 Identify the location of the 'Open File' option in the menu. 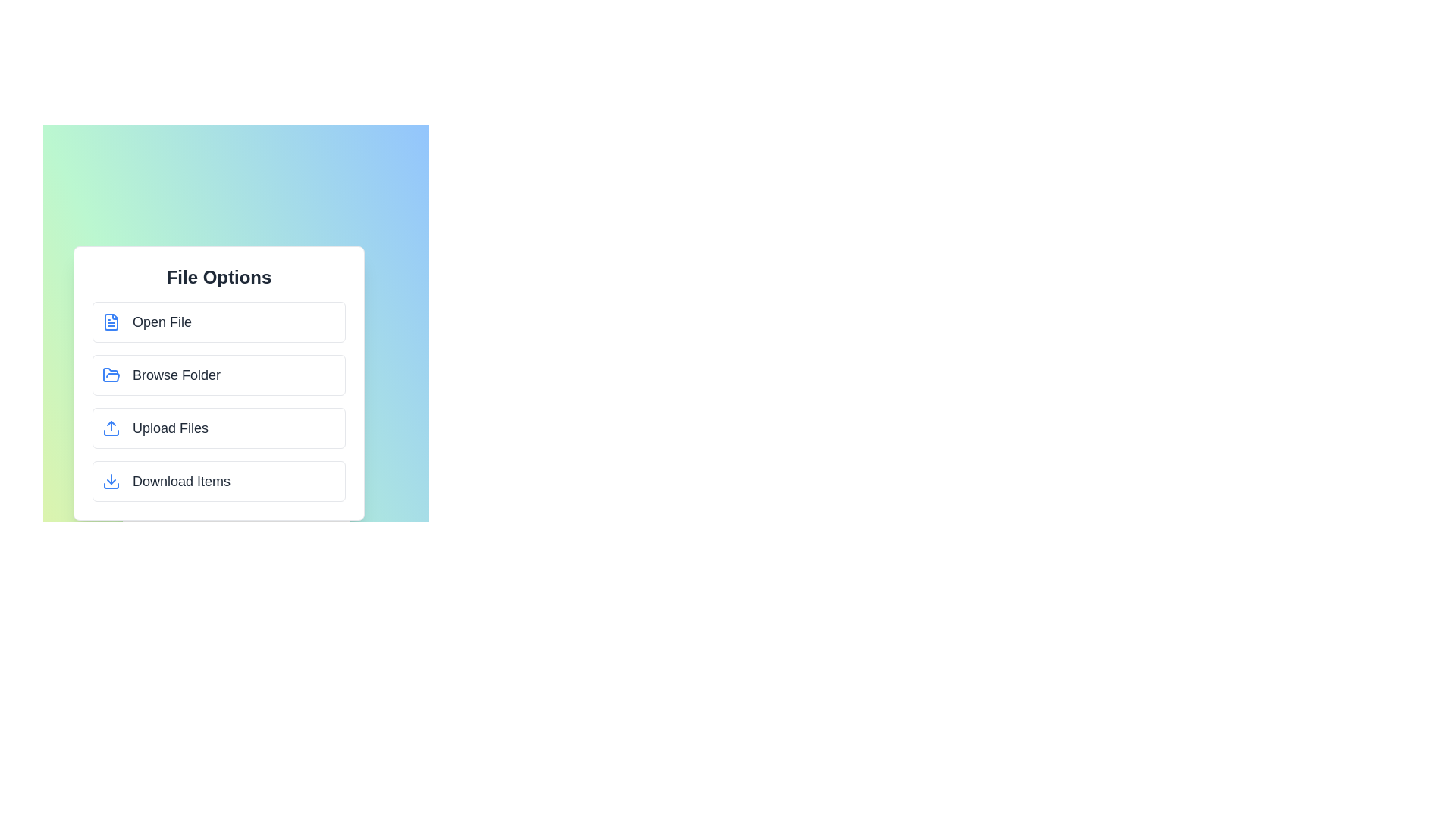
(218, 321).